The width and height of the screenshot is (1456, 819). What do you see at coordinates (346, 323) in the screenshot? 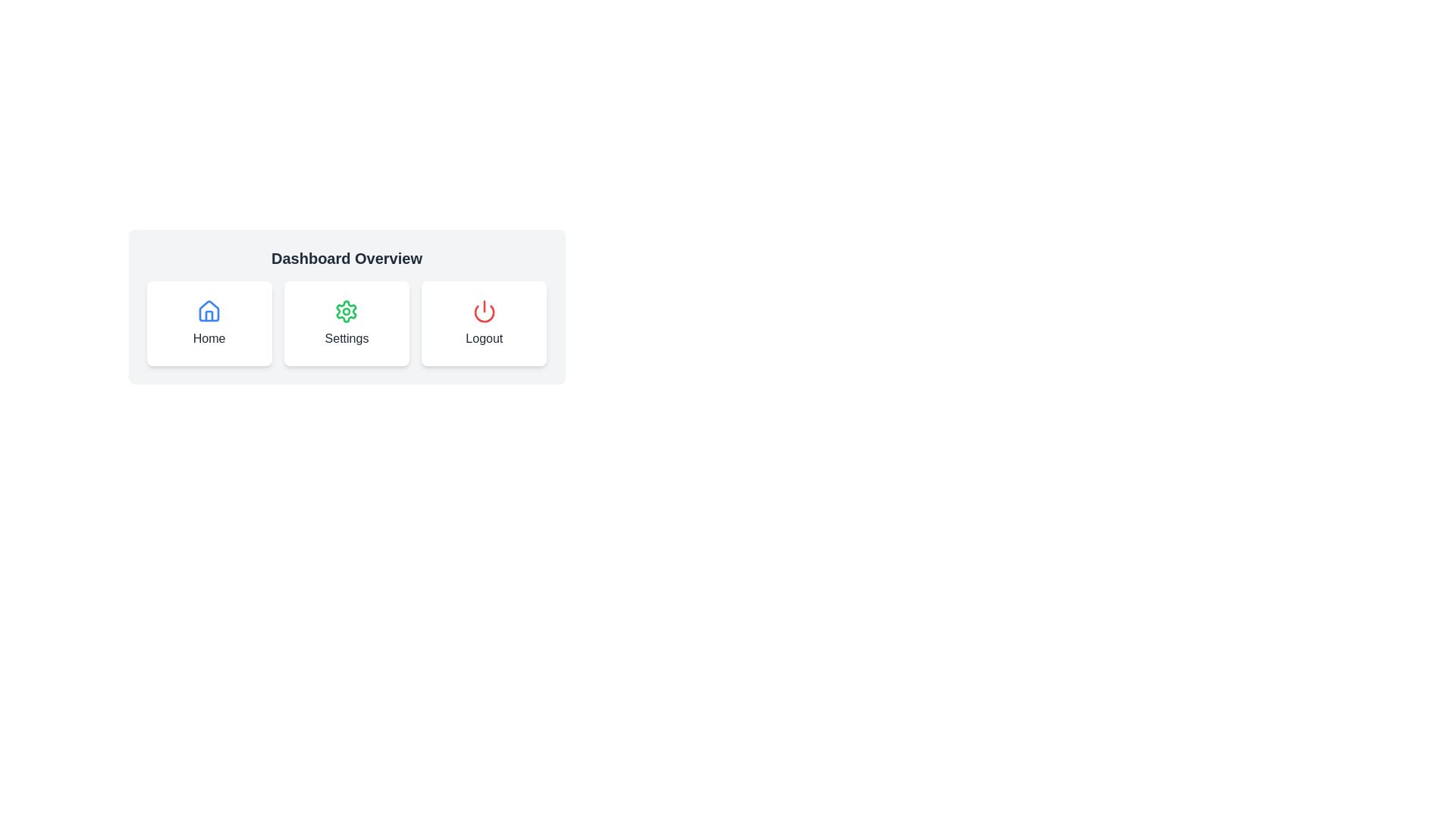
I see `the Settings button, which is the middle option in a linear arrangement of three modules (Home, Settings, Logout)` at bounding box center [346, 323].